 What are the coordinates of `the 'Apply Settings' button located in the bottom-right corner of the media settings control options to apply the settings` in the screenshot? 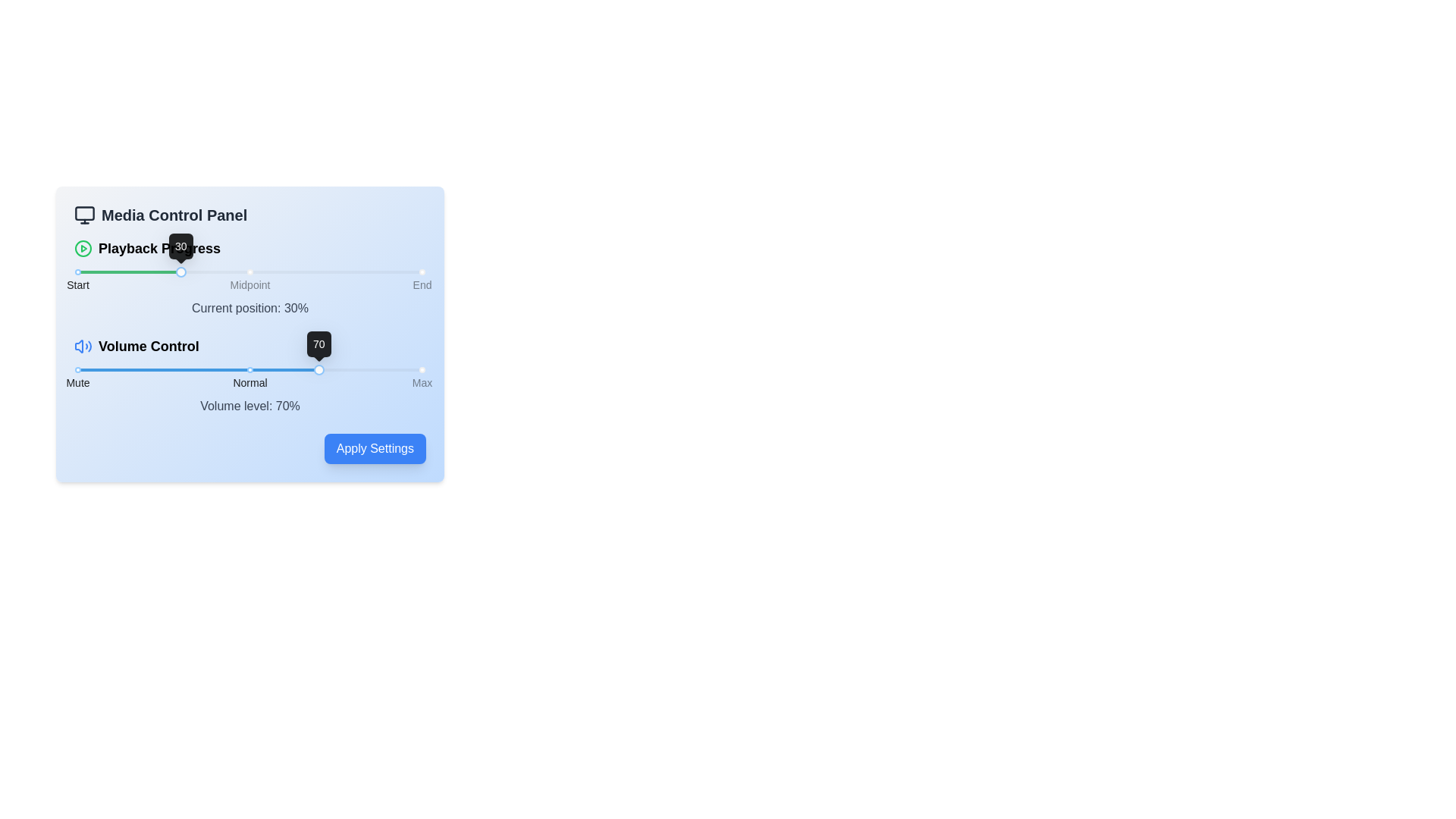 It's located at (375, 447).